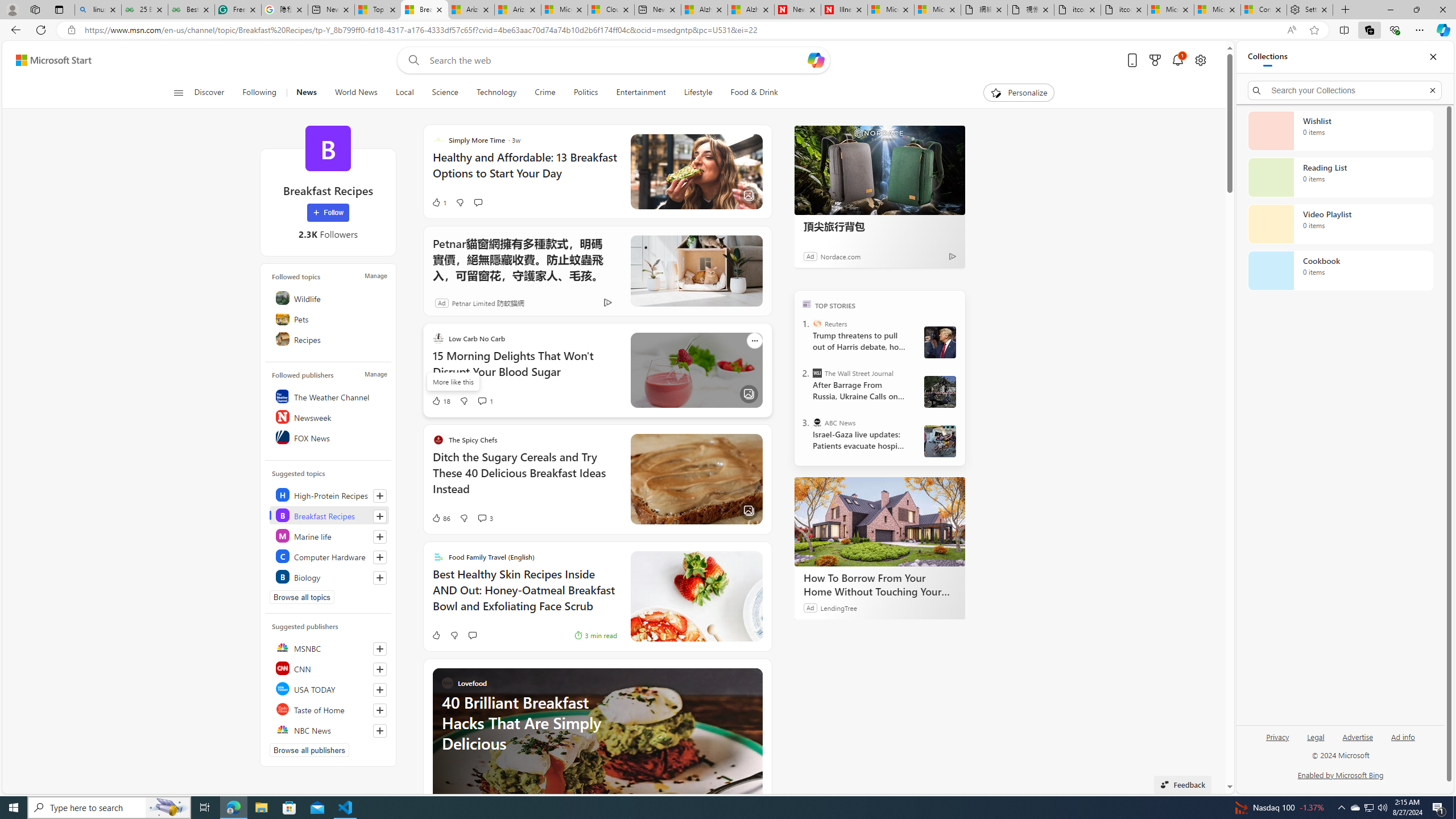 The width and height of the screenshot is (1456, 819). What do you see at coordinates (329, 416) in the screenshot?
I see `'Newsweek'` at bounding box center [329, 416].